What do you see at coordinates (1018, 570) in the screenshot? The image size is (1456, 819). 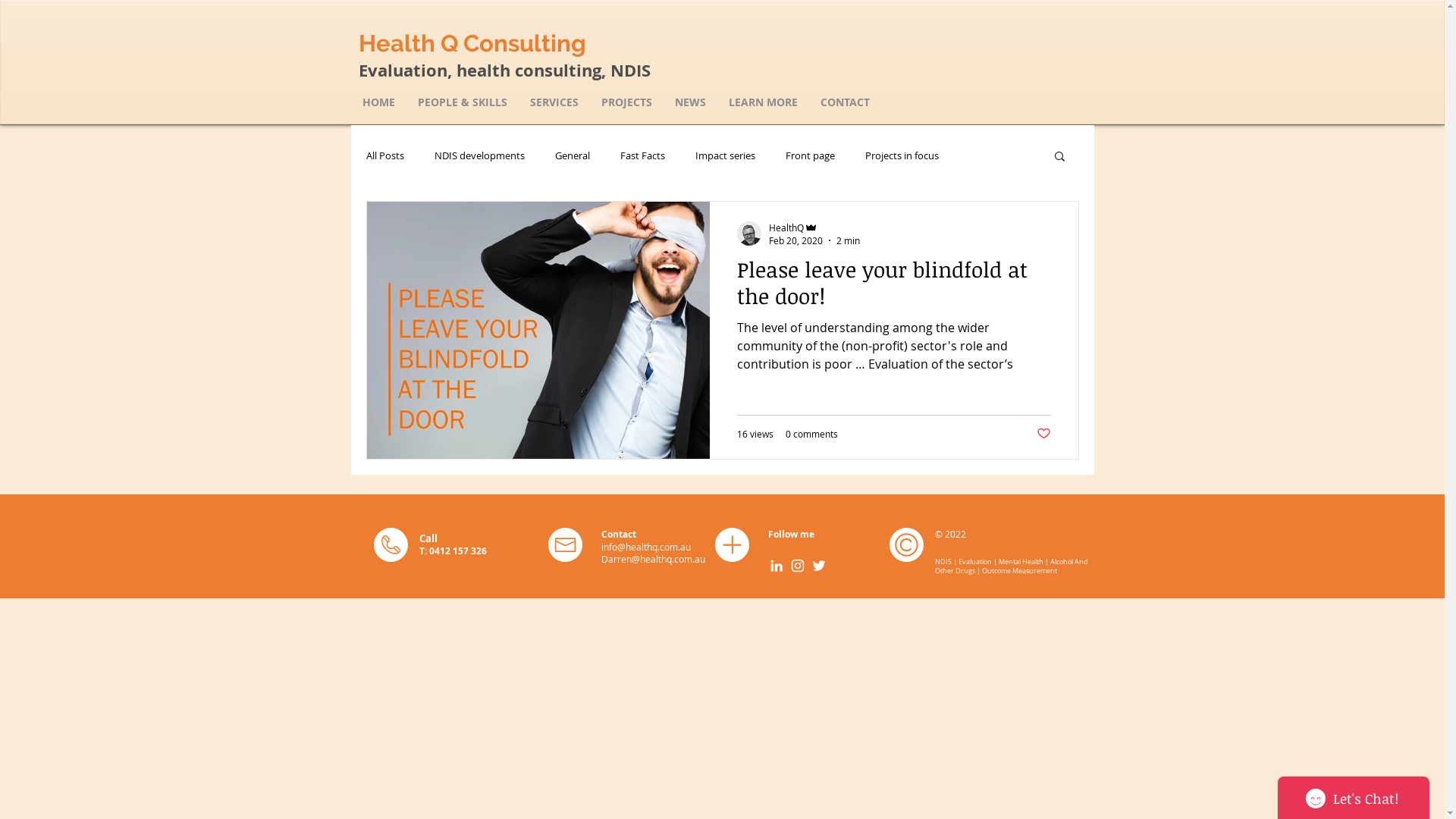 I see `'Outcome Measurement'` at bounding box center [1018, 570].